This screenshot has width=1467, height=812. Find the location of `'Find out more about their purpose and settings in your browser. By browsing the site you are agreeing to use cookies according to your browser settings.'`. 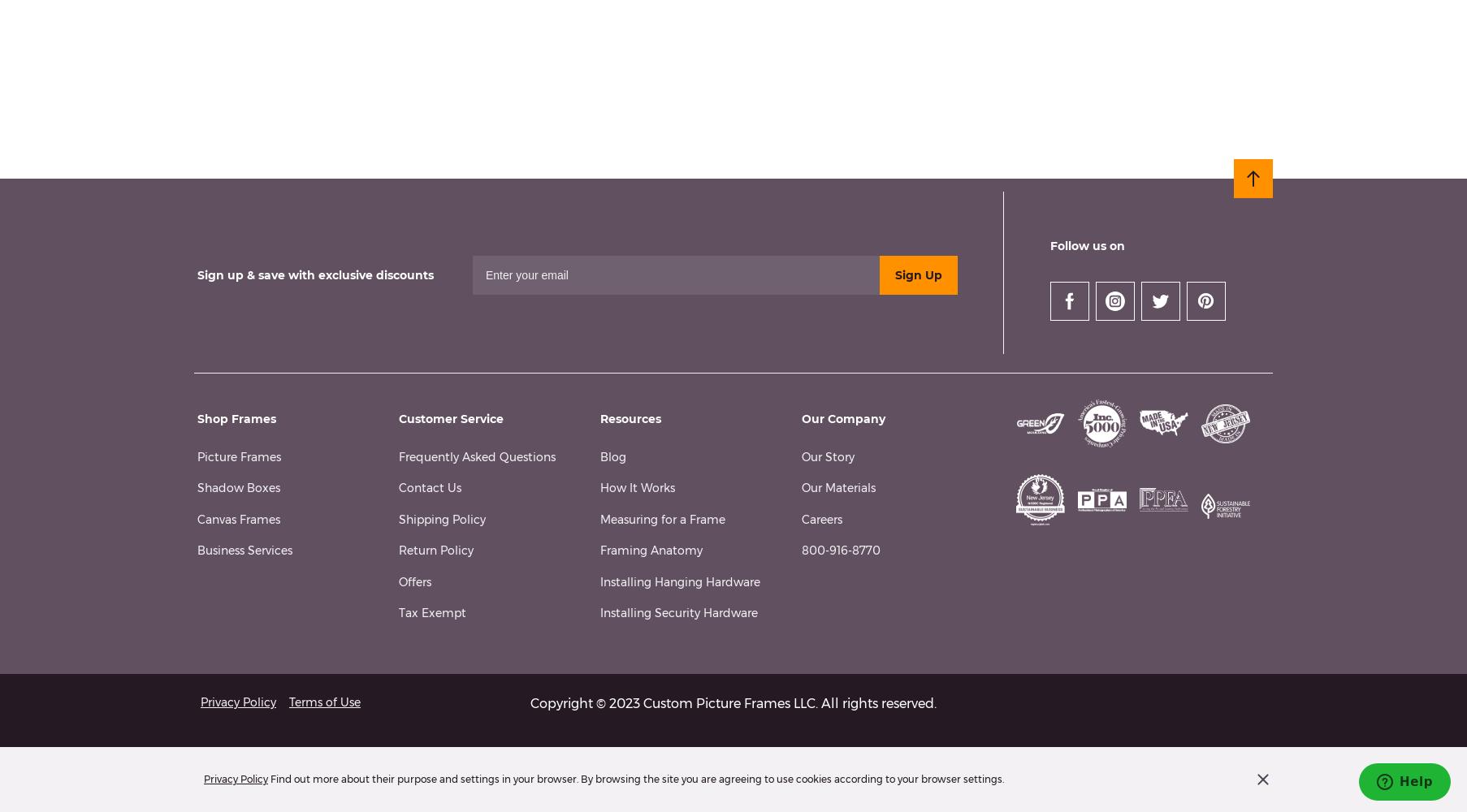

'Find out more about their purpose and settings in your browser. By browsing the site you are agreeing to use cookies according to your browser settings.' is located at coordinates (635, 778).